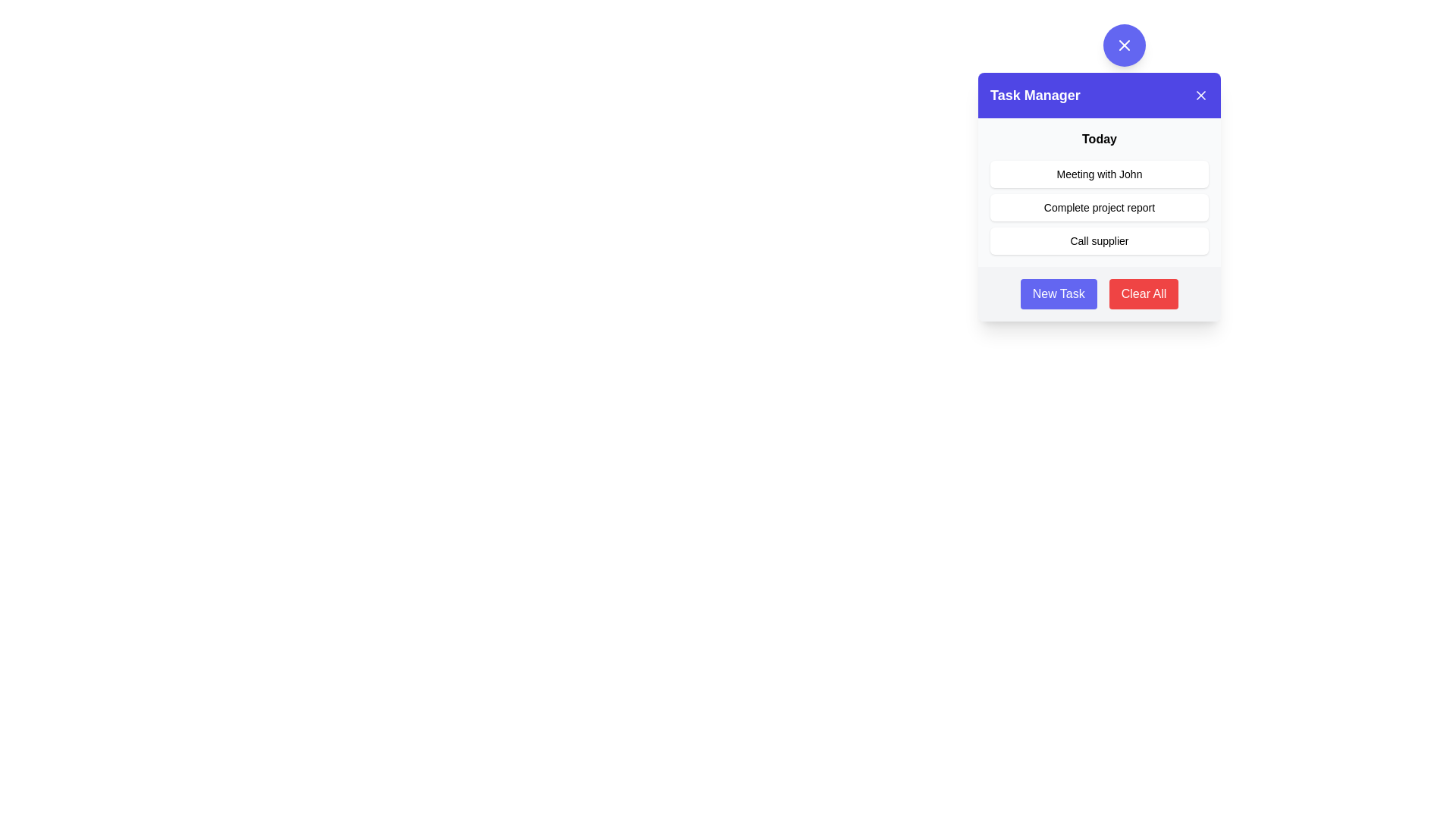 Image resolution: width=1456 pixels, height=819 pixels. What do you see at coordinates (1058, 294) in the screenshot?
I see `the 'New Task' button with a purple background and white text` at bounding box center [1058, 294].